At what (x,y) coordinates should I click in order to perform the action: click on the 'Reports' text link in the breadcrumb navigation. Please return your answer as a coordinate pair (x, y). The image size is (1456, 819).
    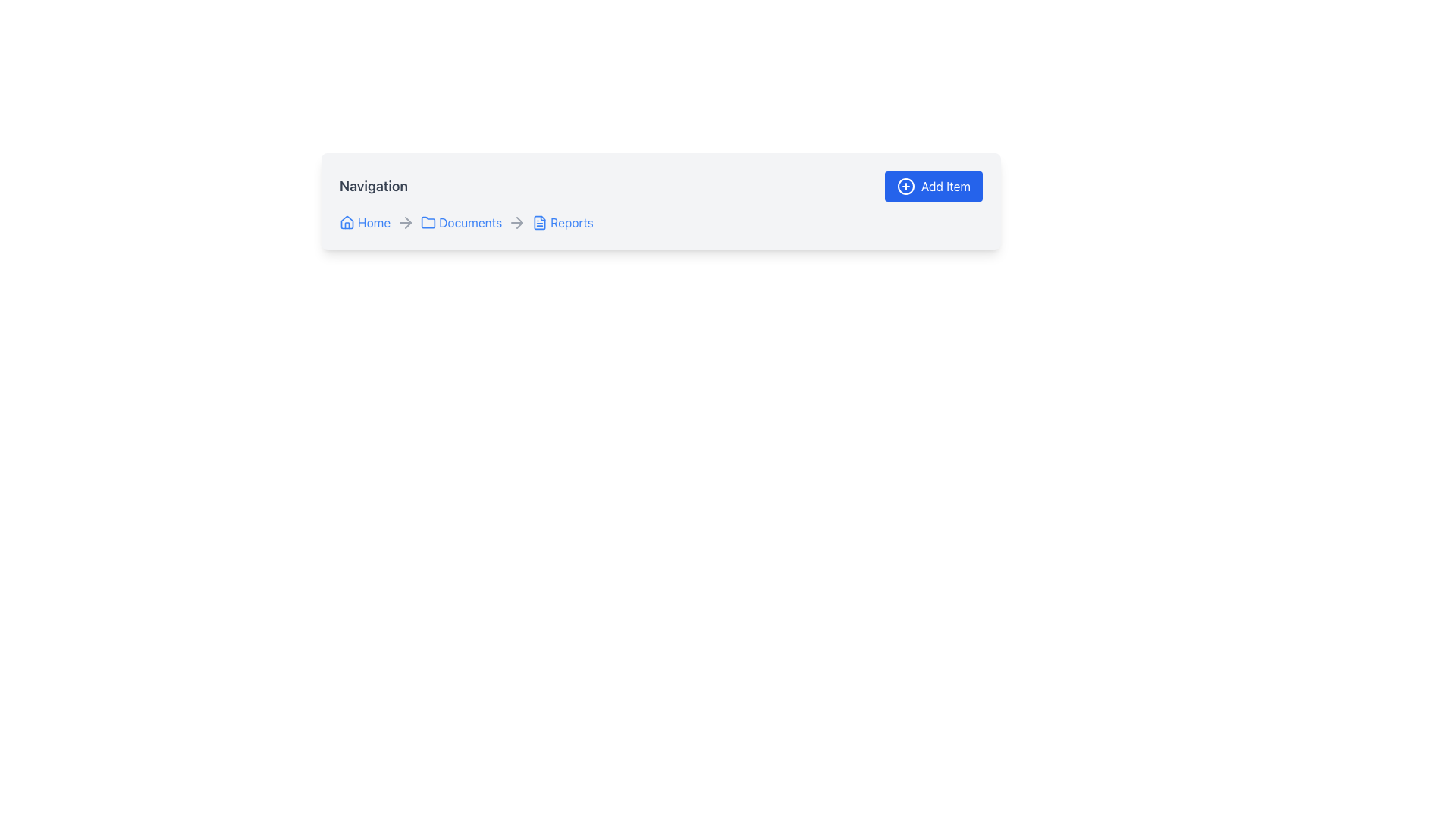
    Looking at the image, I should click on (571, 222).